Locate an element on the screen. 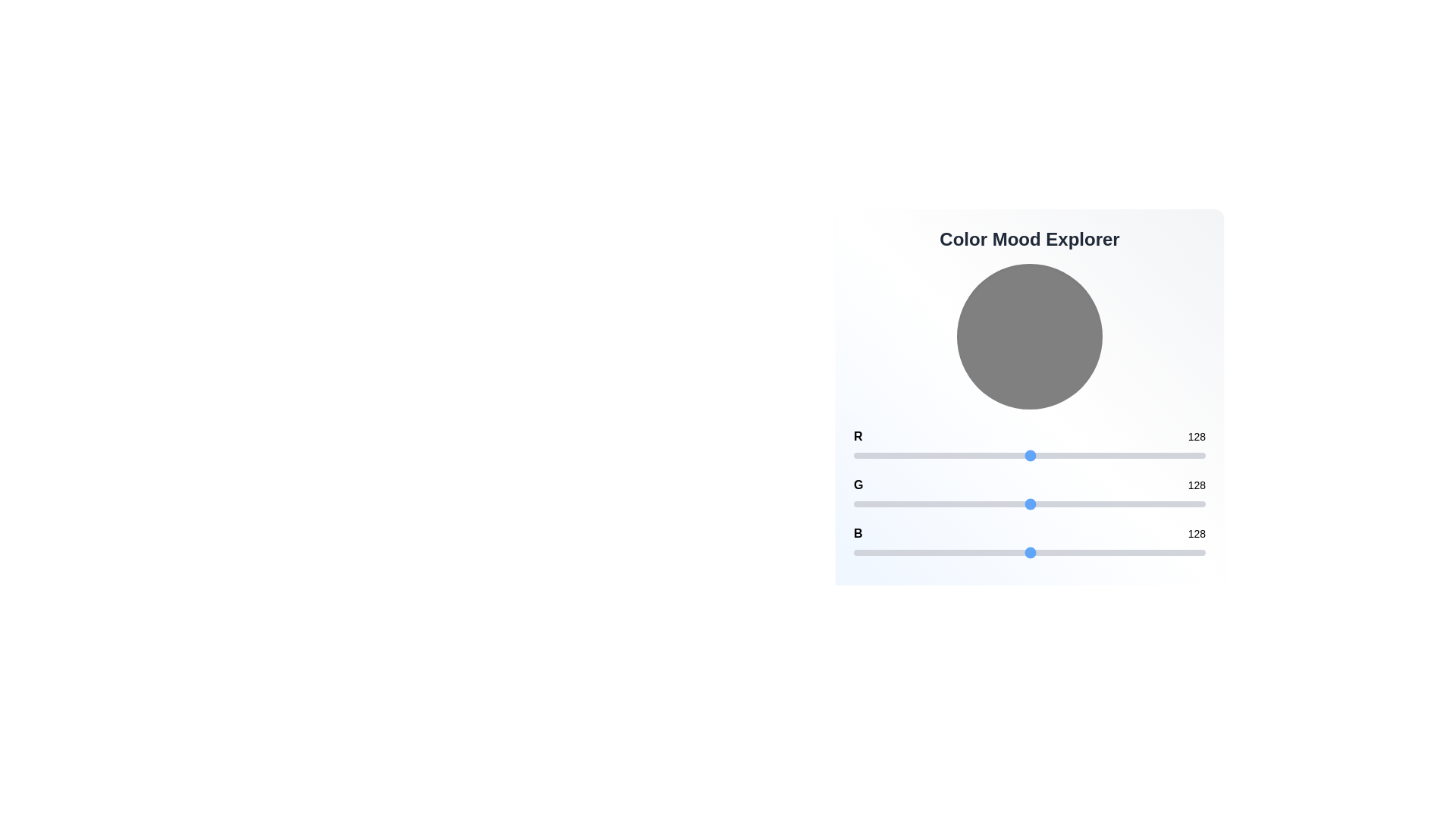 The image size is (1456, 819). the red channel slider to 10 value is located at coordinates (868, 455).